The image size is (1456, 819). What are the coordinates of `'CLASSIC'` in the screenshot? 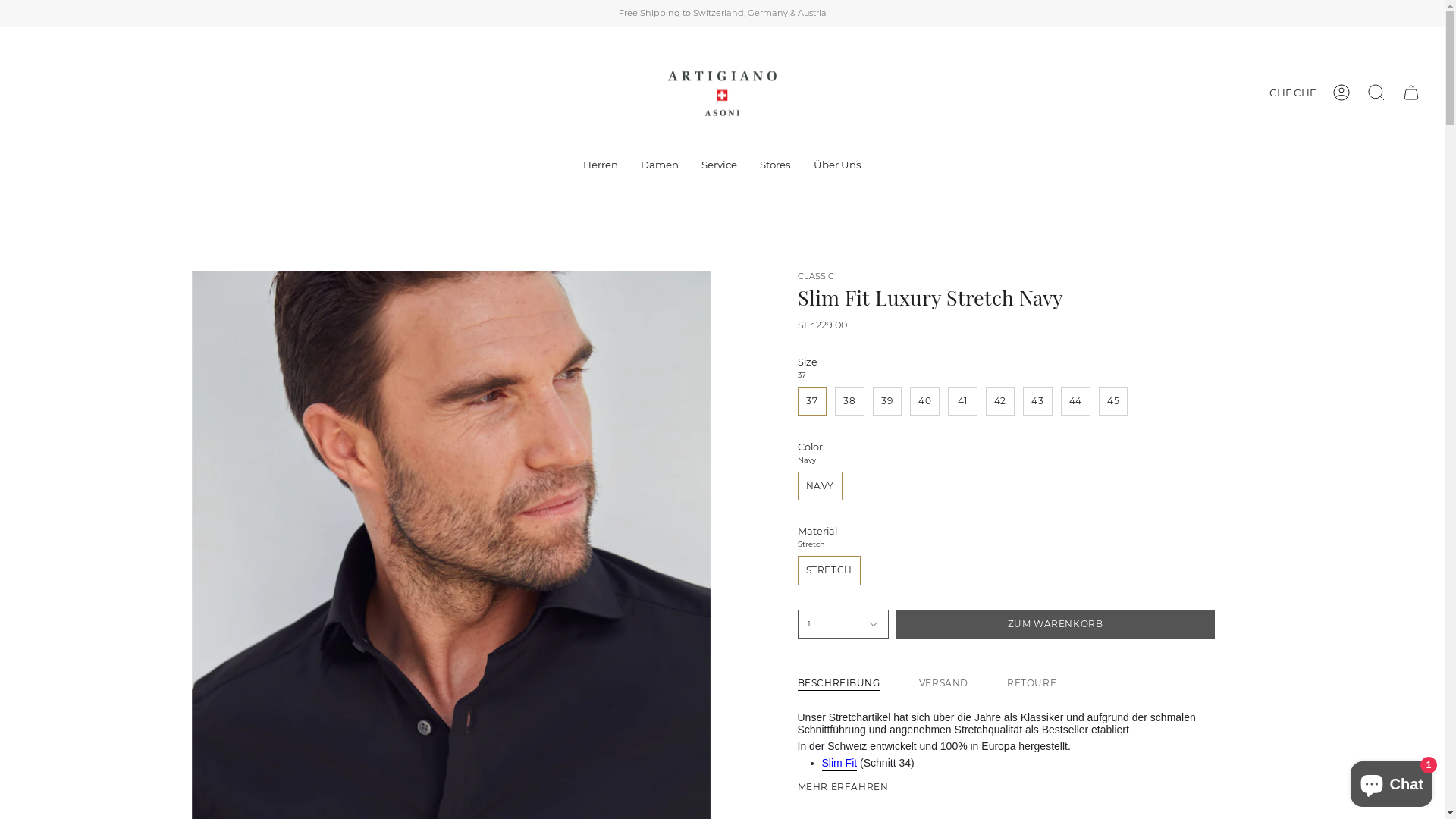 It's located at (814, 275).